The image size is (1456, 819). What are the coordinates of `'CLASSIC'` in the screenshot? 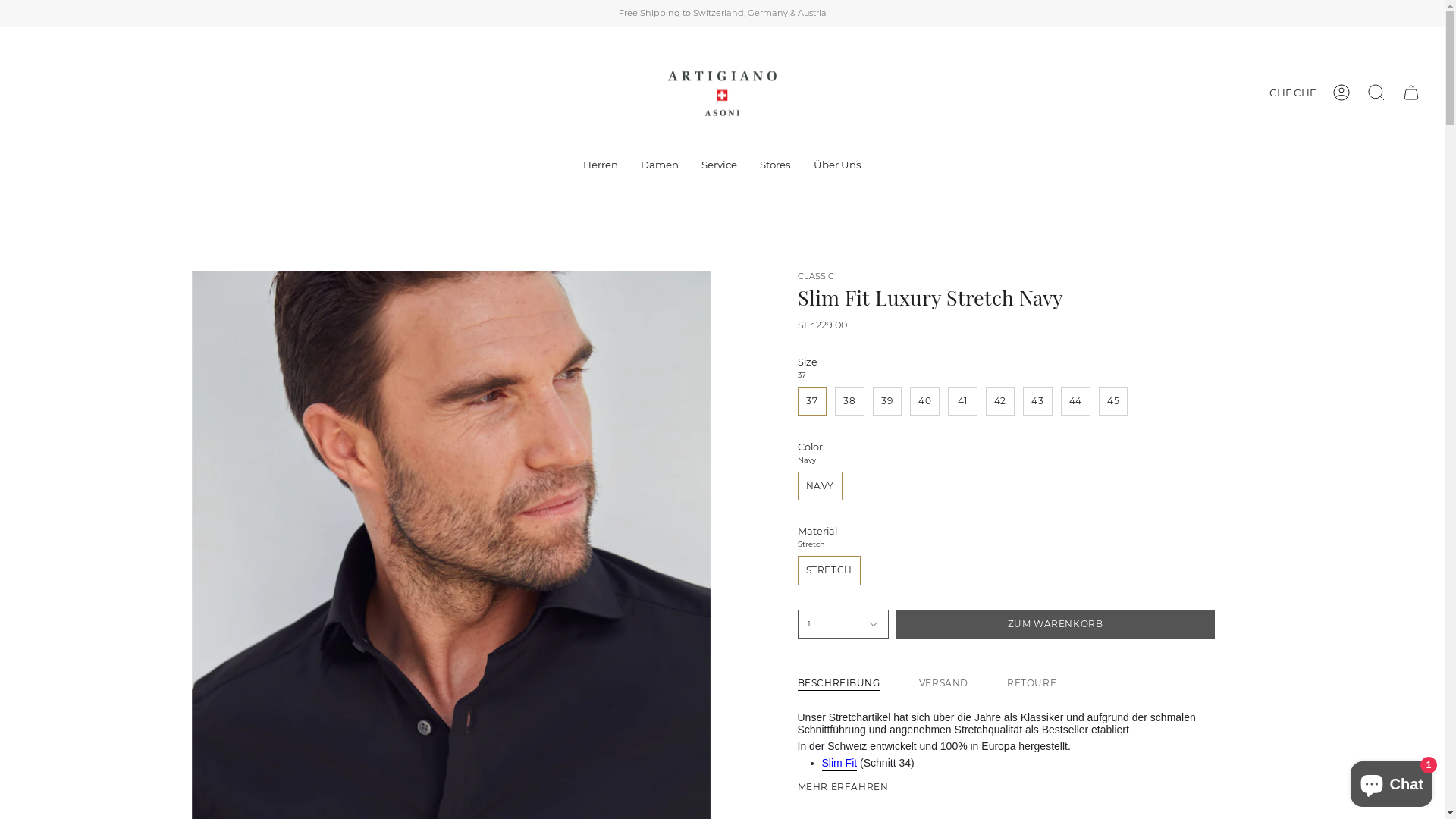 It's located at (814, 275).